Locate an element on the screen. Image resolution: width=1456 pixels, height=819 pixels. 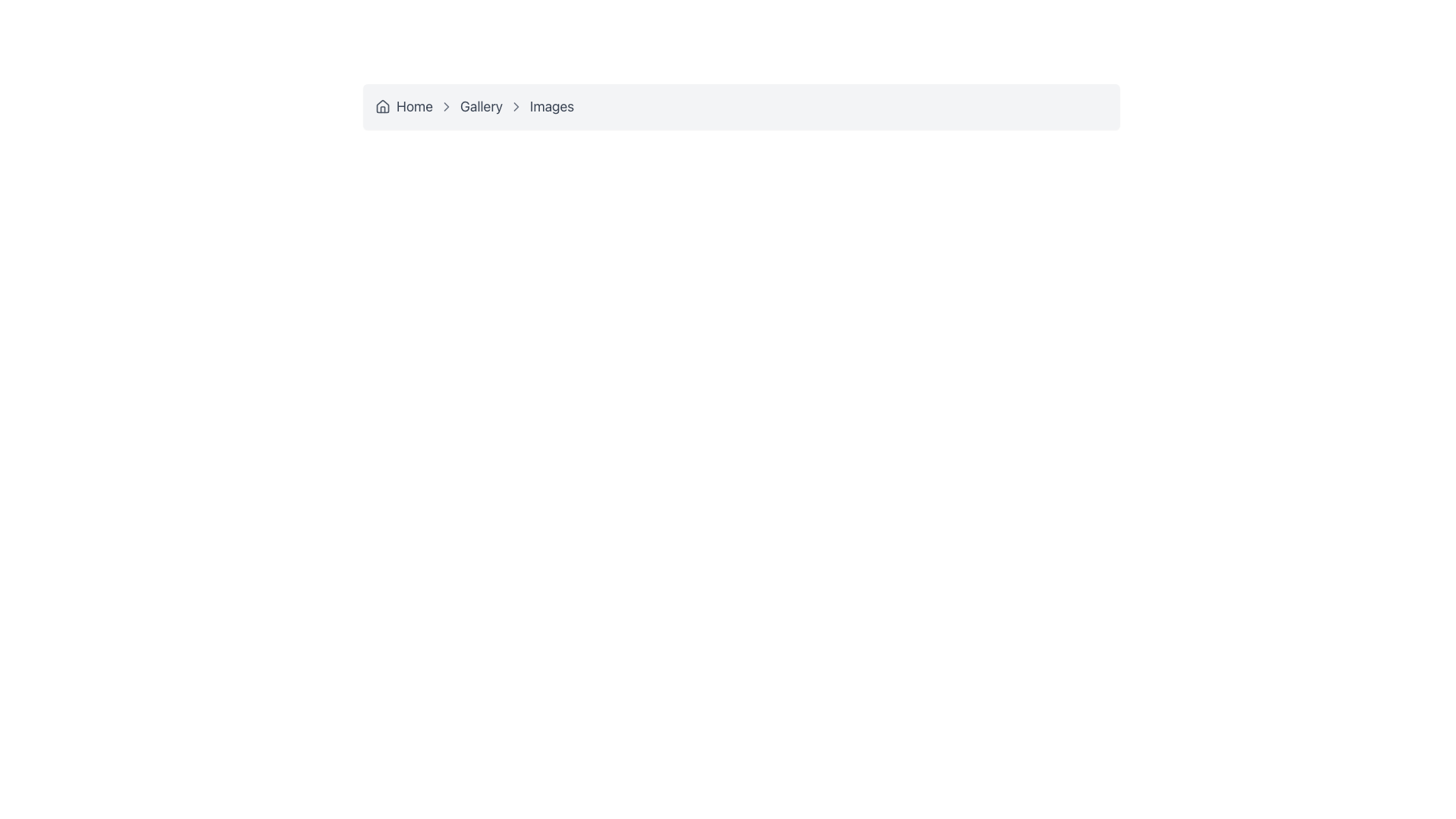
the right-facing chevron icon that separates the 'Home' link and the 'Gallery' link in the breadcrumb navigation bar is located at coordinates (446, 106).